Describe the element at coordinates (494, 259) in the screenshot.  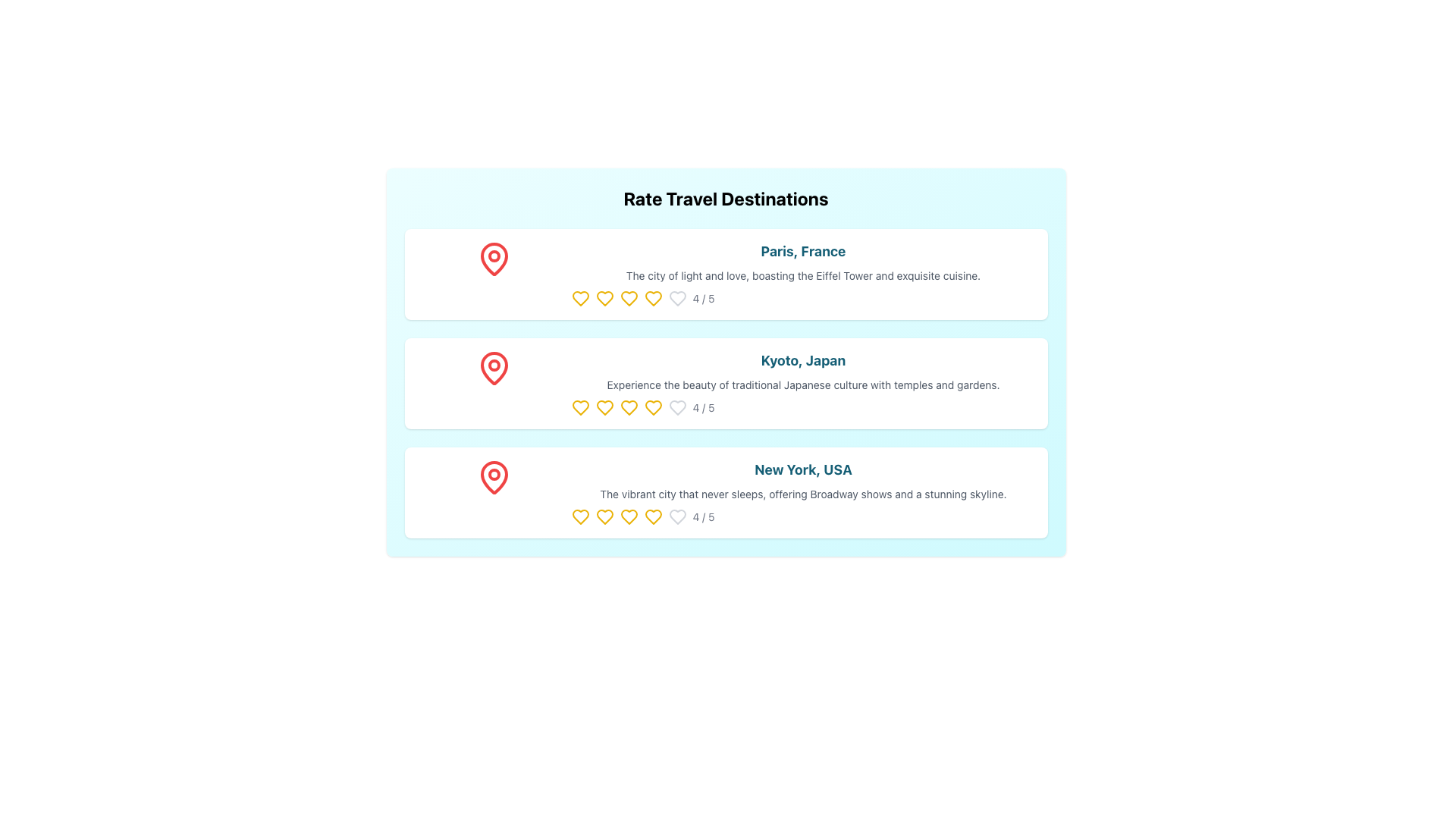
I see `the SVG Icon representing a location in the first travel destination card, positioned to the left of the card with the text 'Paris, France'` at that location.